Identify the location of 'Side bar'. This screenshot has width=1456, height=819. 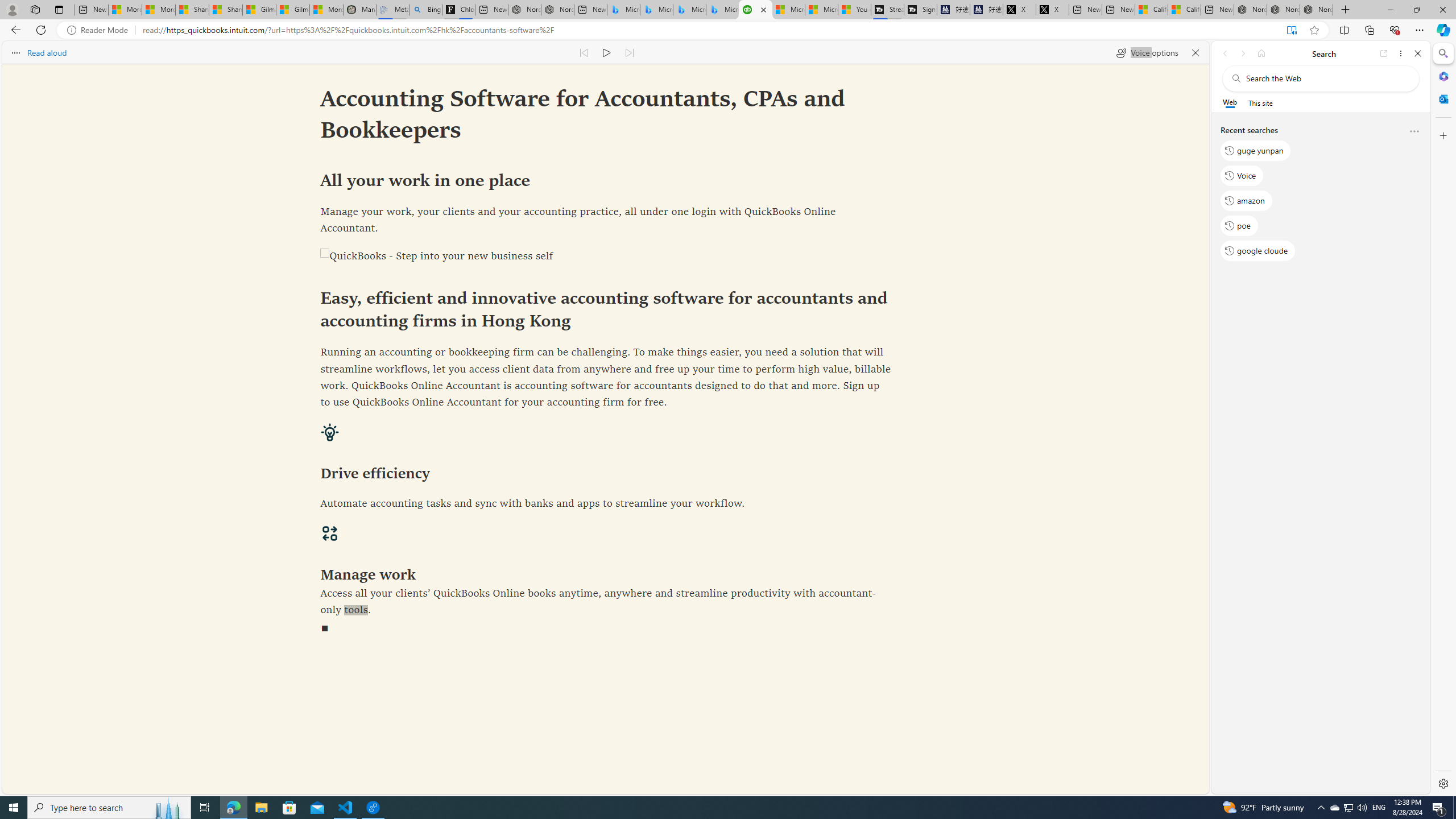
(1443, 418).